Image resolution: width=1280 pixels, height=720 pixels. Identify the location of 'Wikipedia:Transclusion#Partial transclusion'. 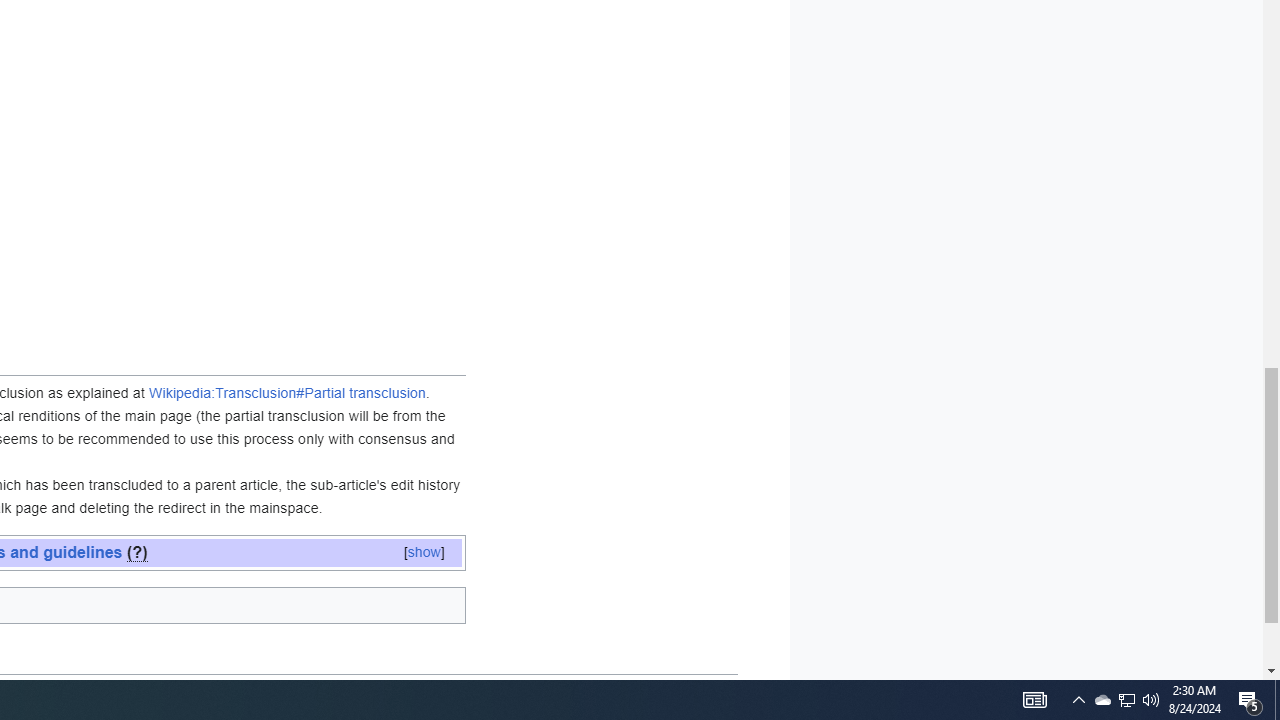
(287, 393).